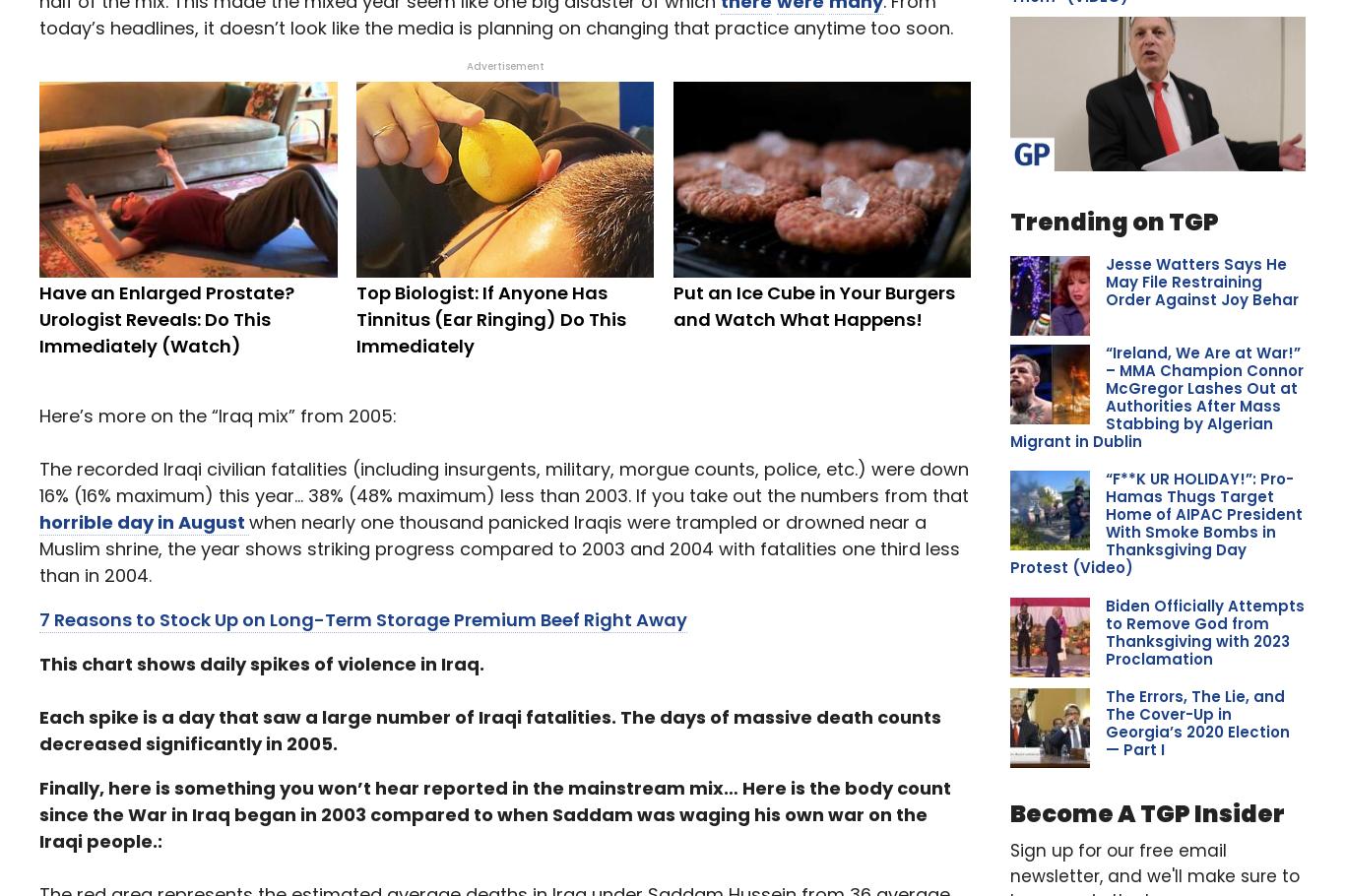  I want to click on '© 2023 The Gateway Pundit', so click(134, 869).